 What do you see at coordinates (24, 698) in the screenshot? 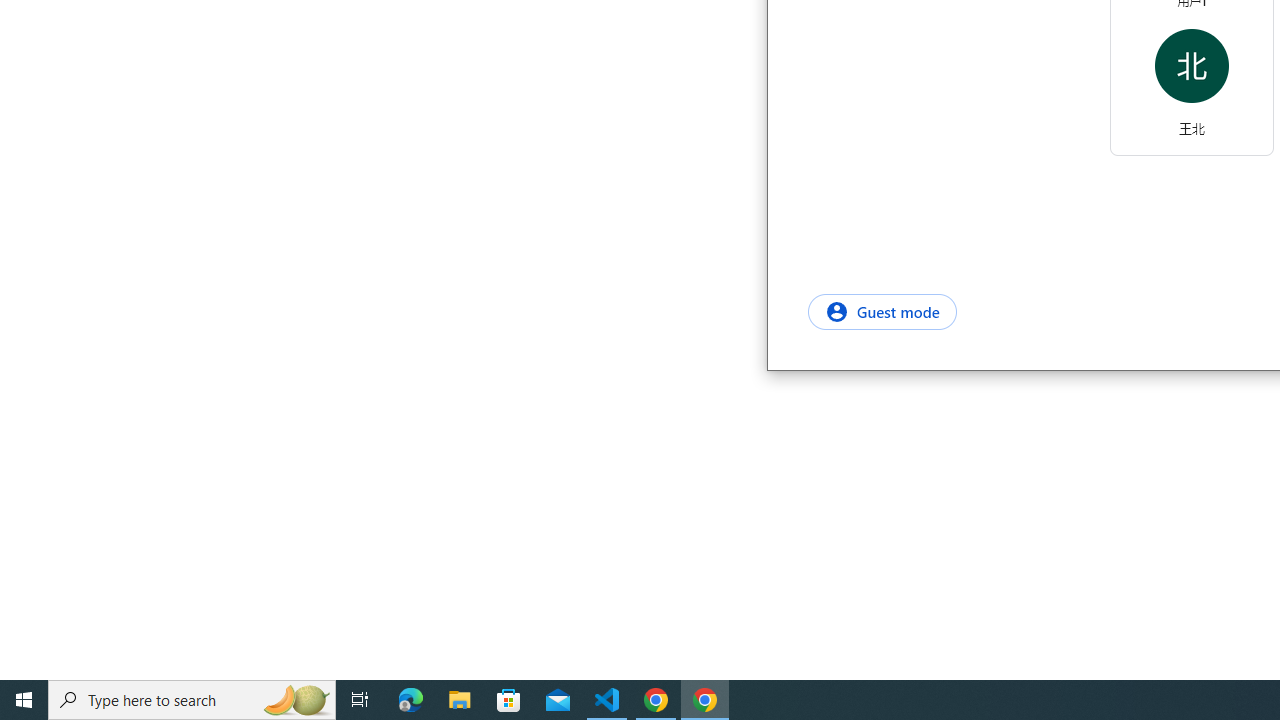
I see `'Start'` at bounding box center [24, 698].